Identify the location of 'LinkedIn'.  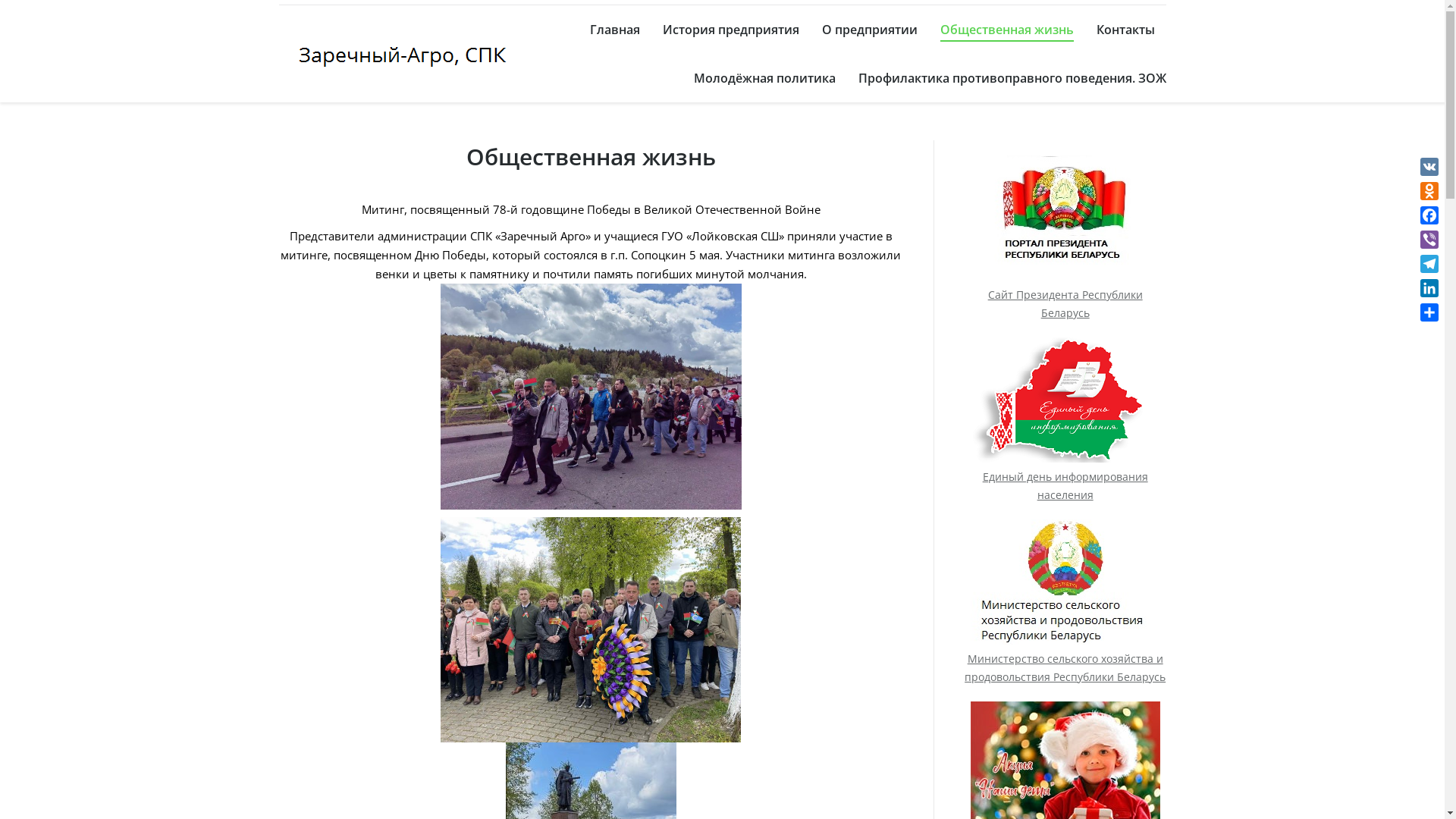
(1429, 288).